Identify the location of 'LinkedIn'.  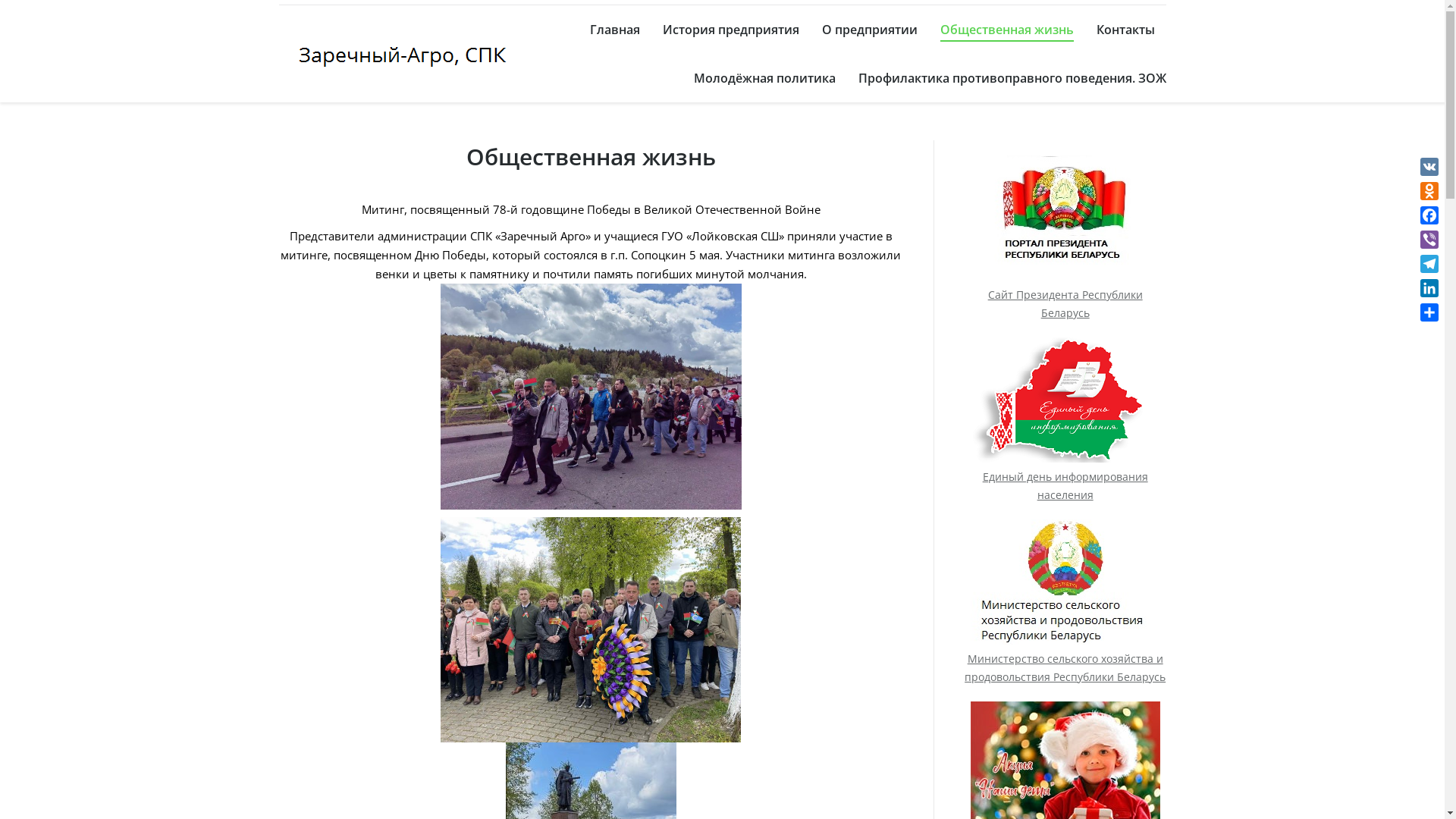
(1429, 288).